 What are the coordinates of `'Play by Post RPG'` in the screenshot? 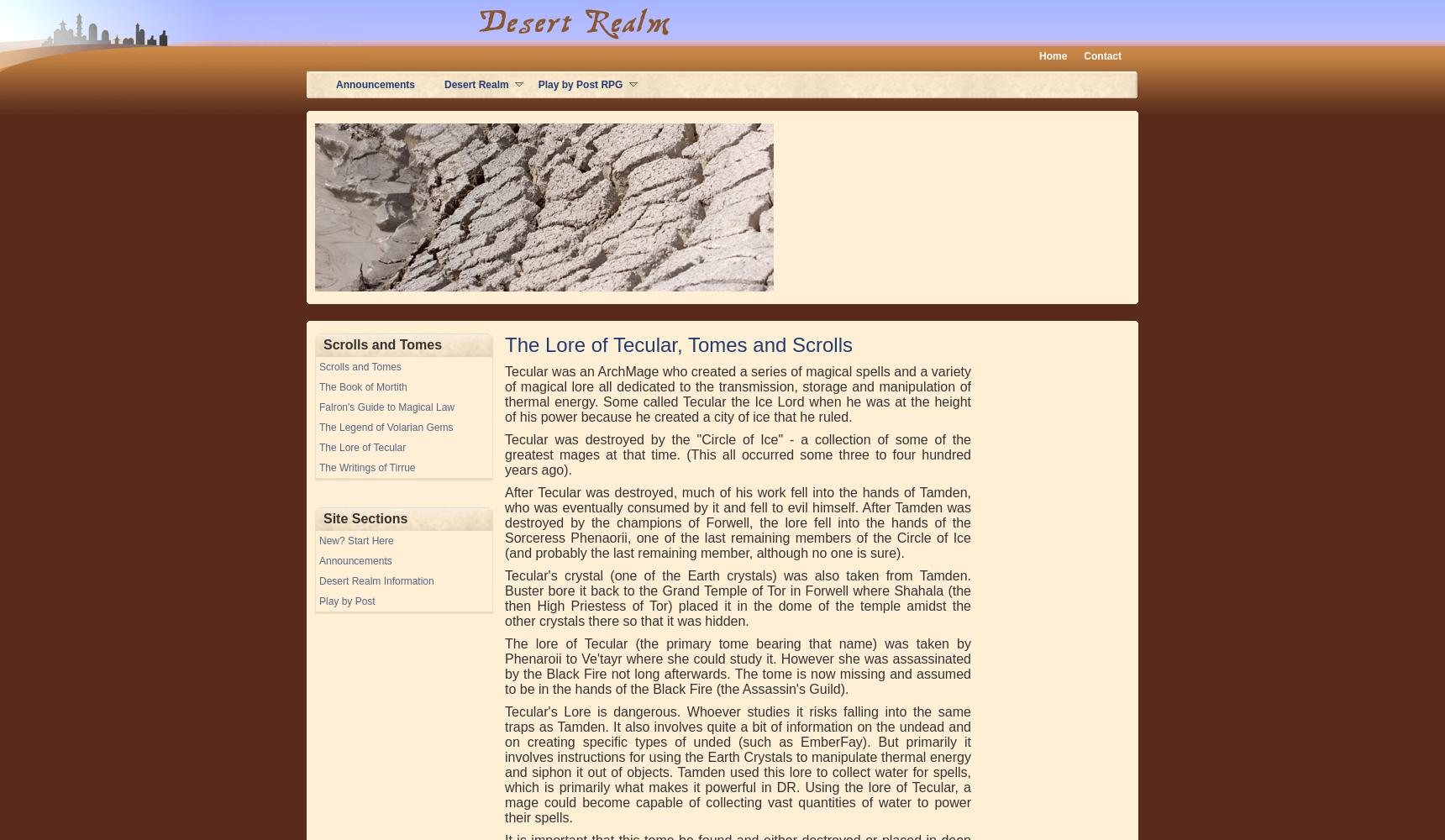 It's located at (580, 84).